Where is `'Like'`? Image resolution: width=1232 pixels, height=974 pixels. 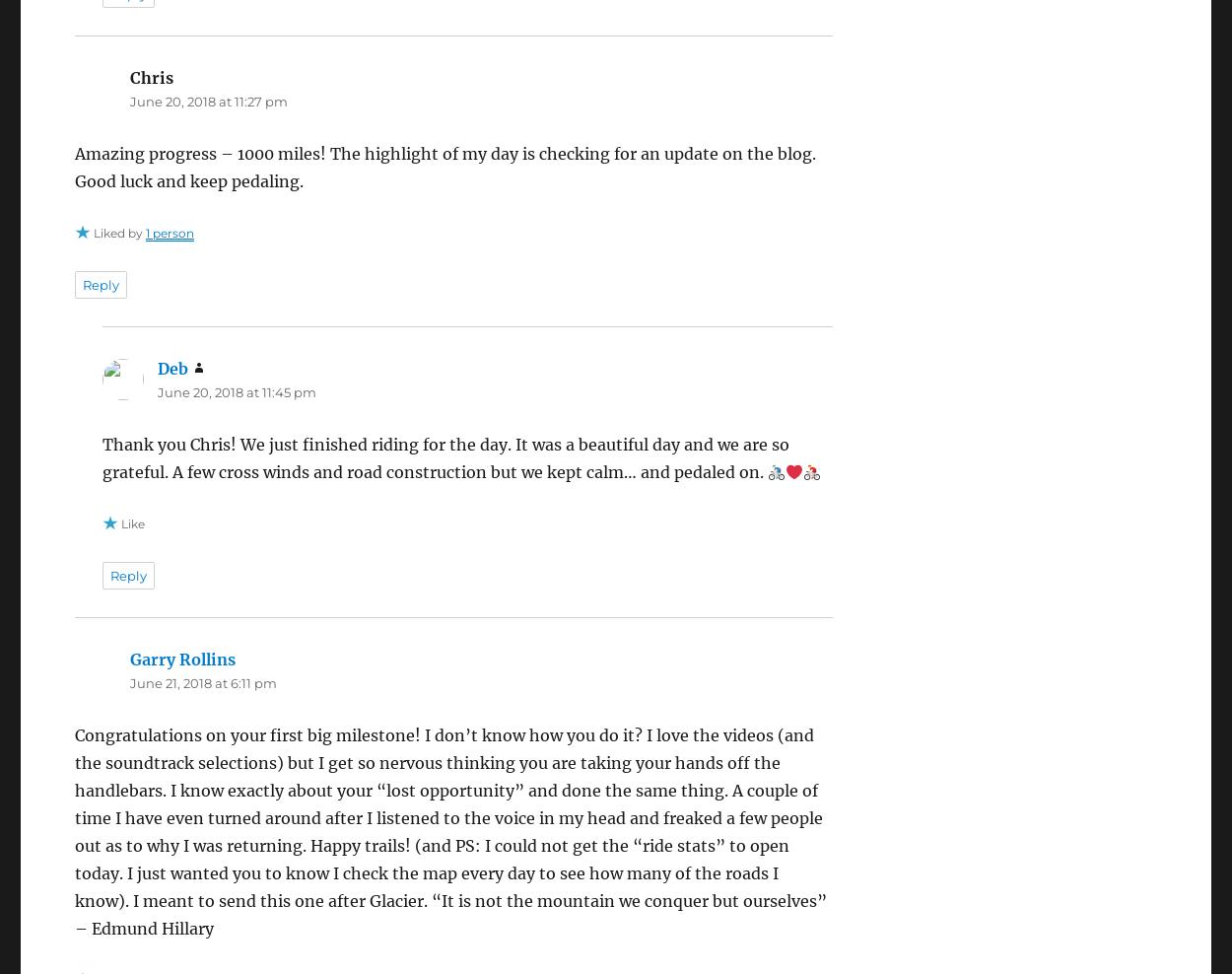 'Like' is located at coordinates (132, 522).